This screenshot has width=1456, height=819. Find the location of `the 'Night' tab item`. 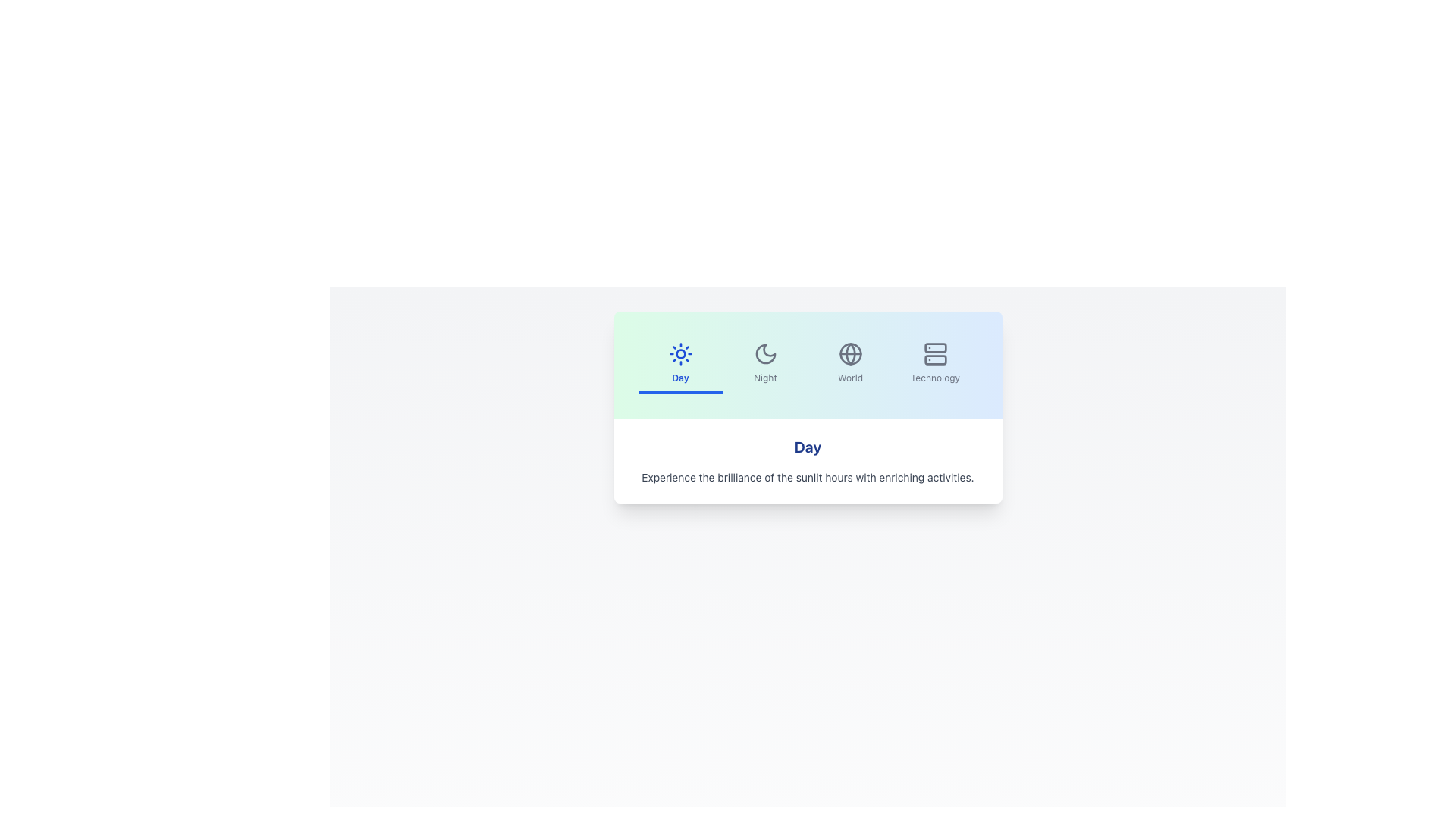

the 'Night' tab item is located at coordinates (765, 365).